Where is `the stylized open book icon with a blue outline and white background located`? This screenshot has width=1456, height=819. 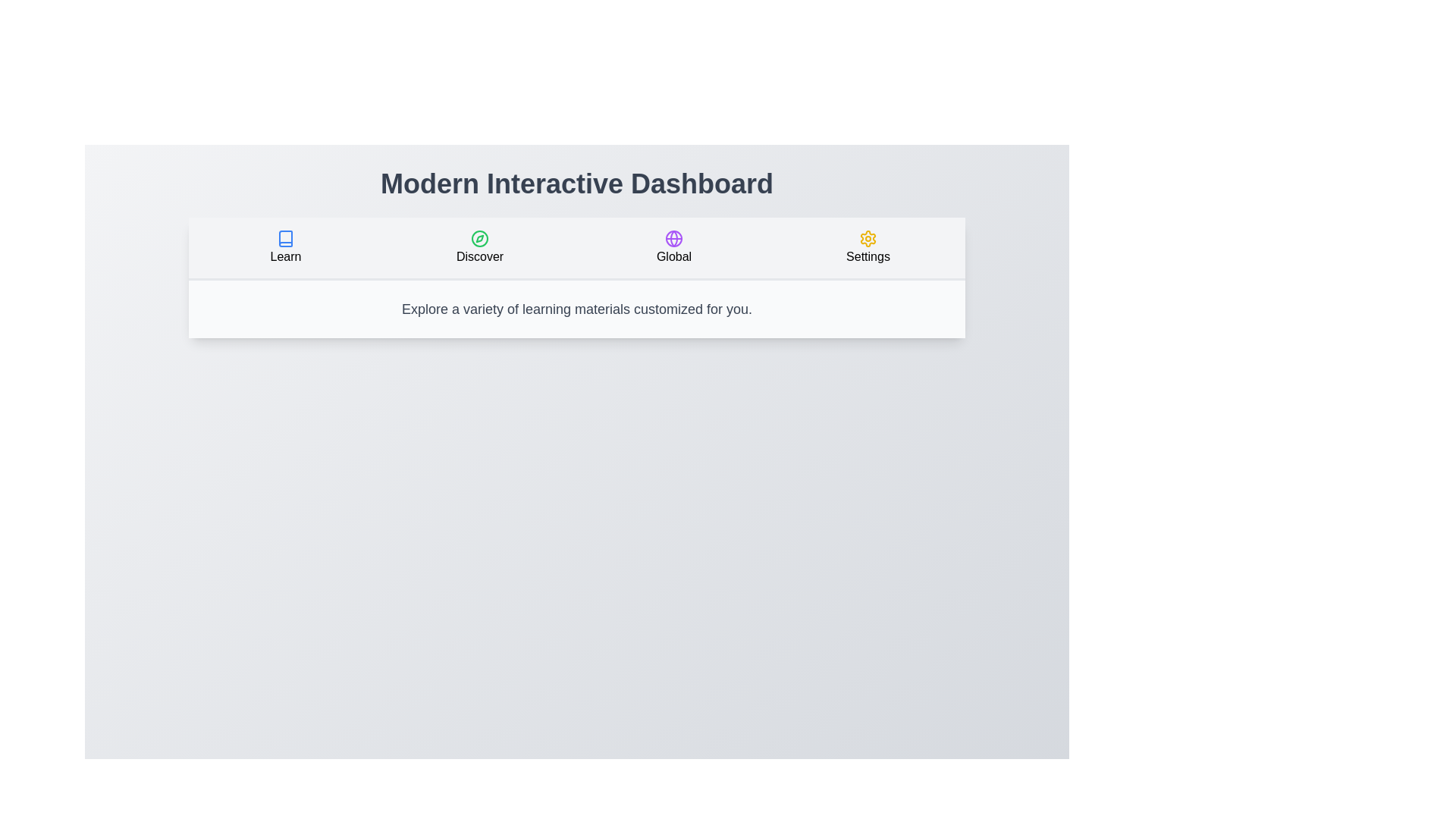 the stylized open book icon with a blue outline and white background located is located at coordinates (286, 239).